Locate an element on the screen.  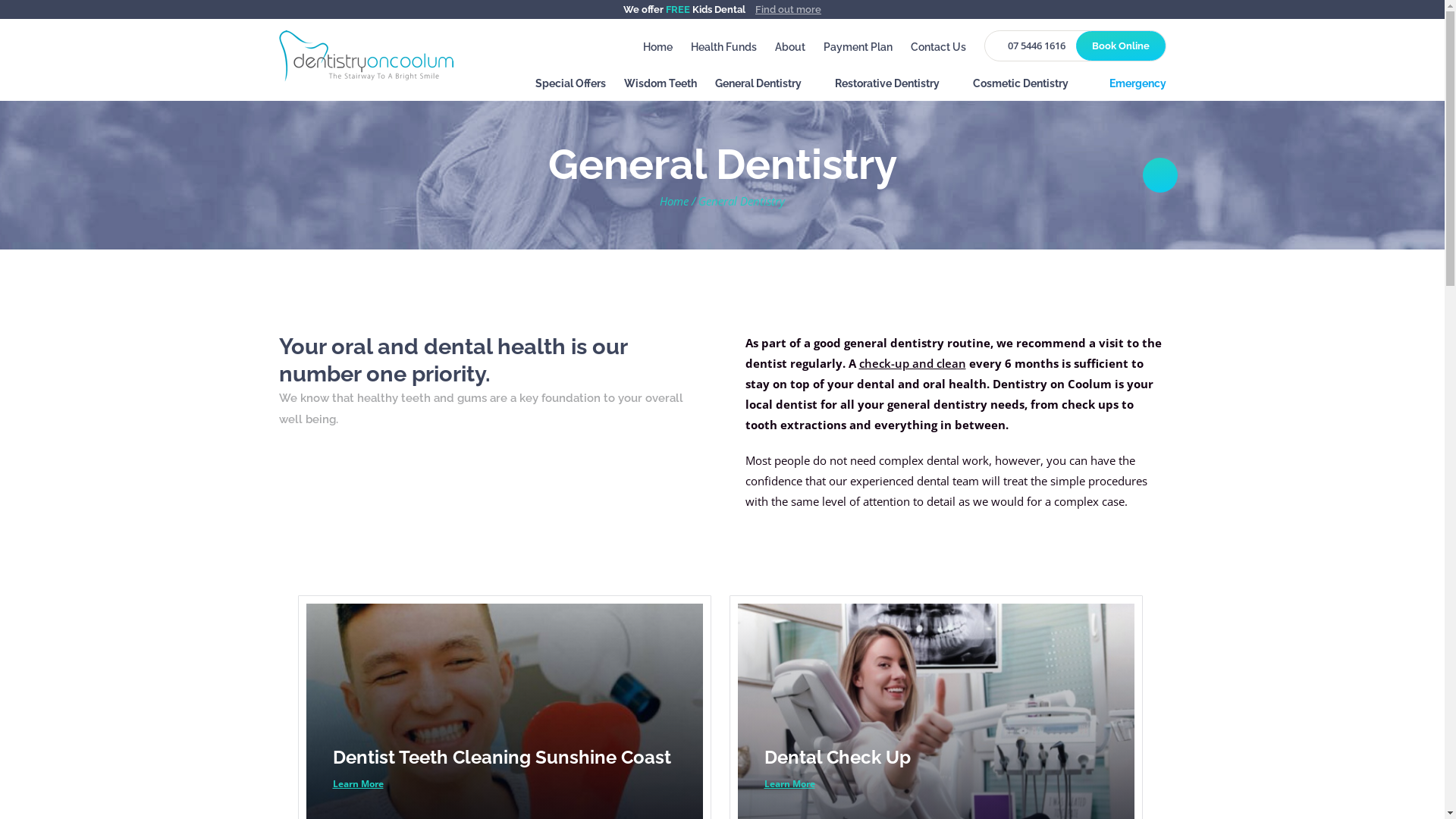
'check-up and clean' is located at coordinates (911, 362).